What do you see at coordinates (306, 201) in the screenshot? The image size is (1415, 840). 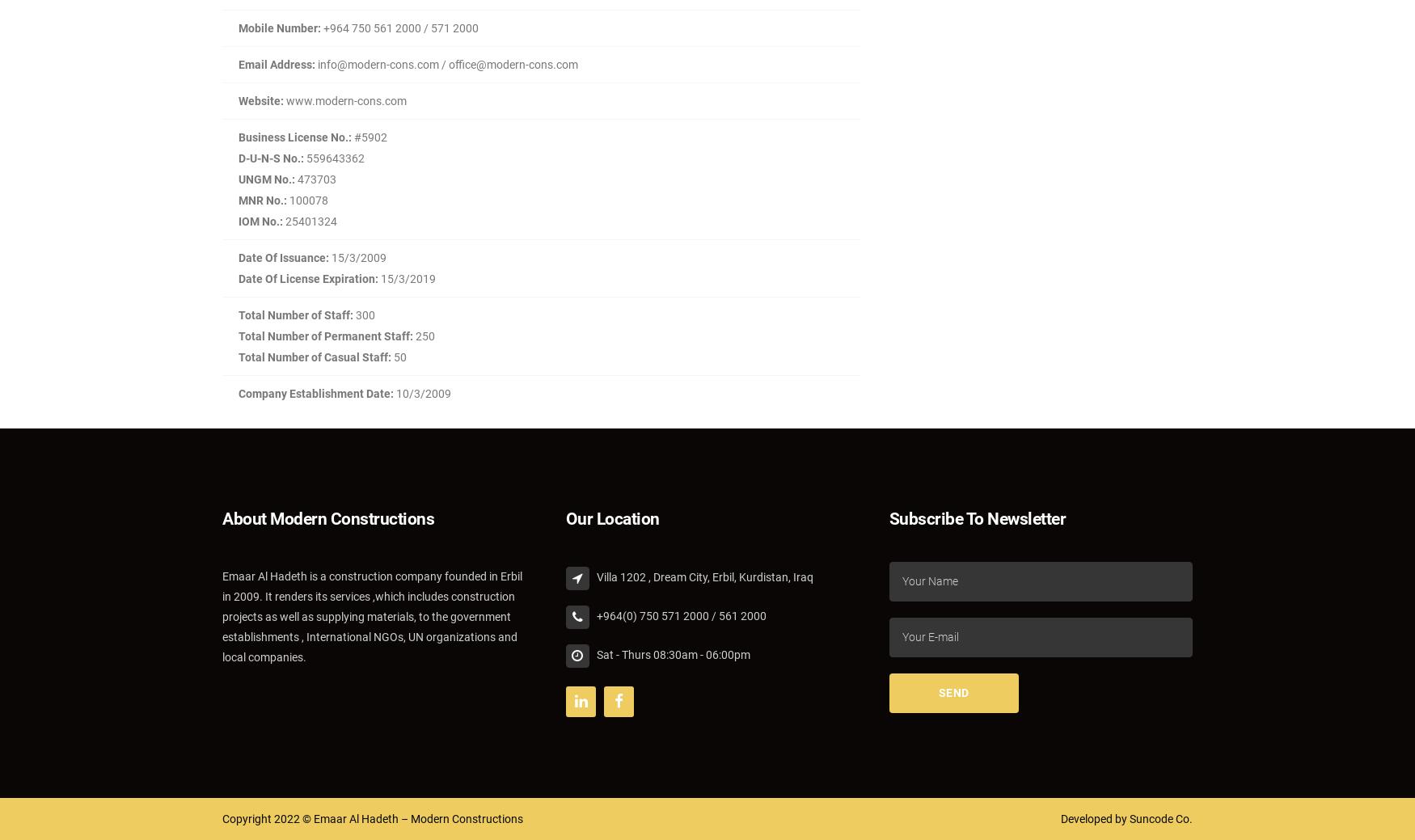 I see `'100078'` at bounding box center [306, 201].